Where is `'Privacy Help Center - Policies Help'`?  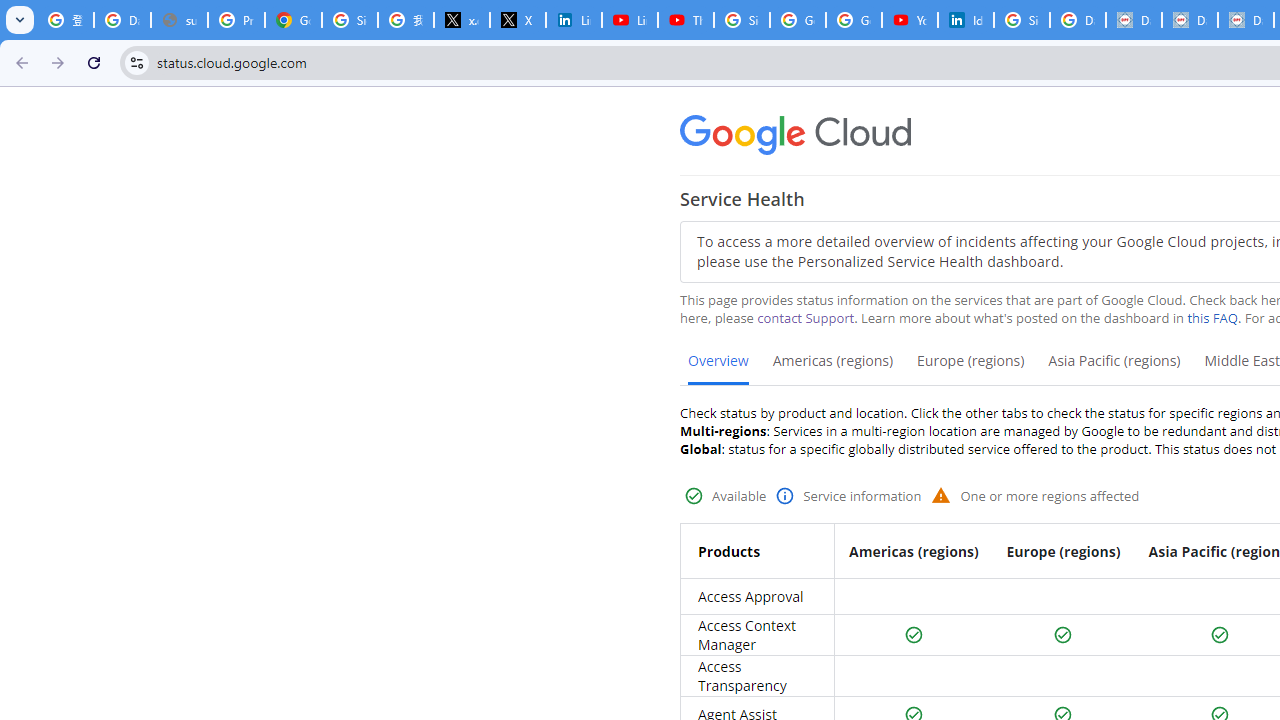
'Privacy Help Center - Policies Help' is located at coordinates (236, 20).